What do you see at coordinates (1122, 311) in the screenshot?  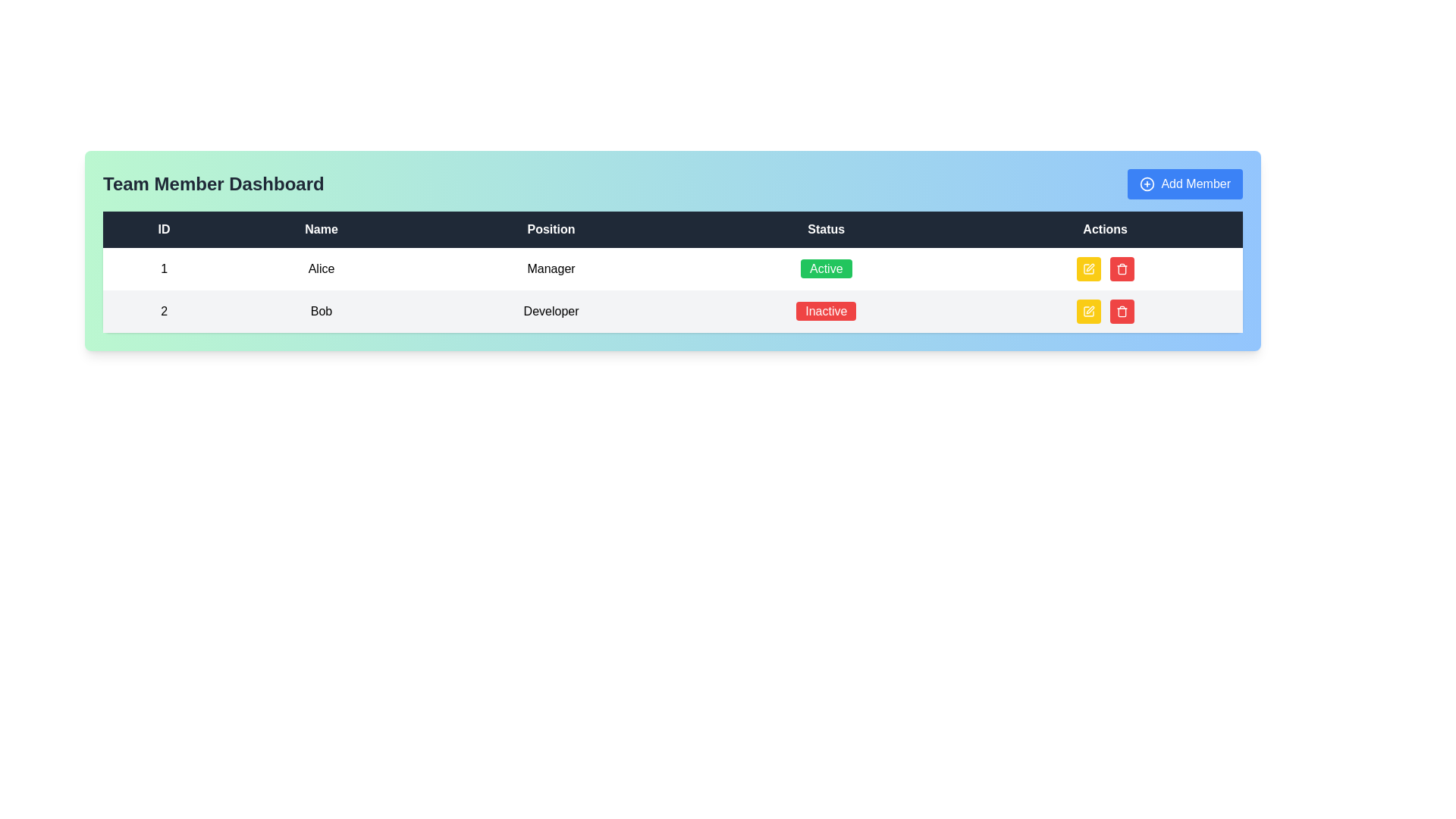 I see `the red button with a trash can icon located in the actions column of the second row in the table, adjacent to the yellow edit button` at bounding box center [1122, 311].